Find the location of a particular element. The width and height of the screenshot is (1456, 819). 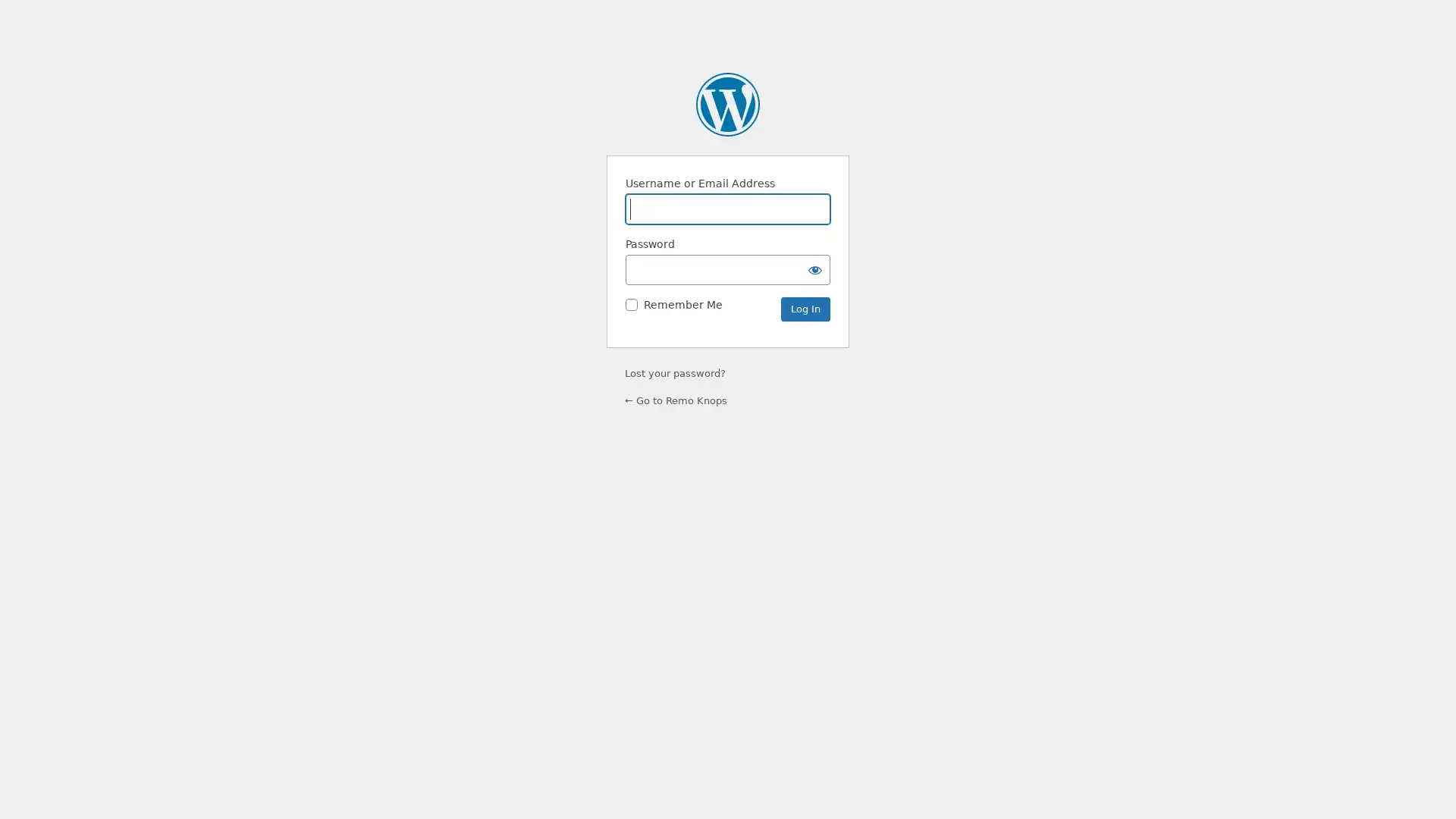

Log In is located at coordinates (805, 309).